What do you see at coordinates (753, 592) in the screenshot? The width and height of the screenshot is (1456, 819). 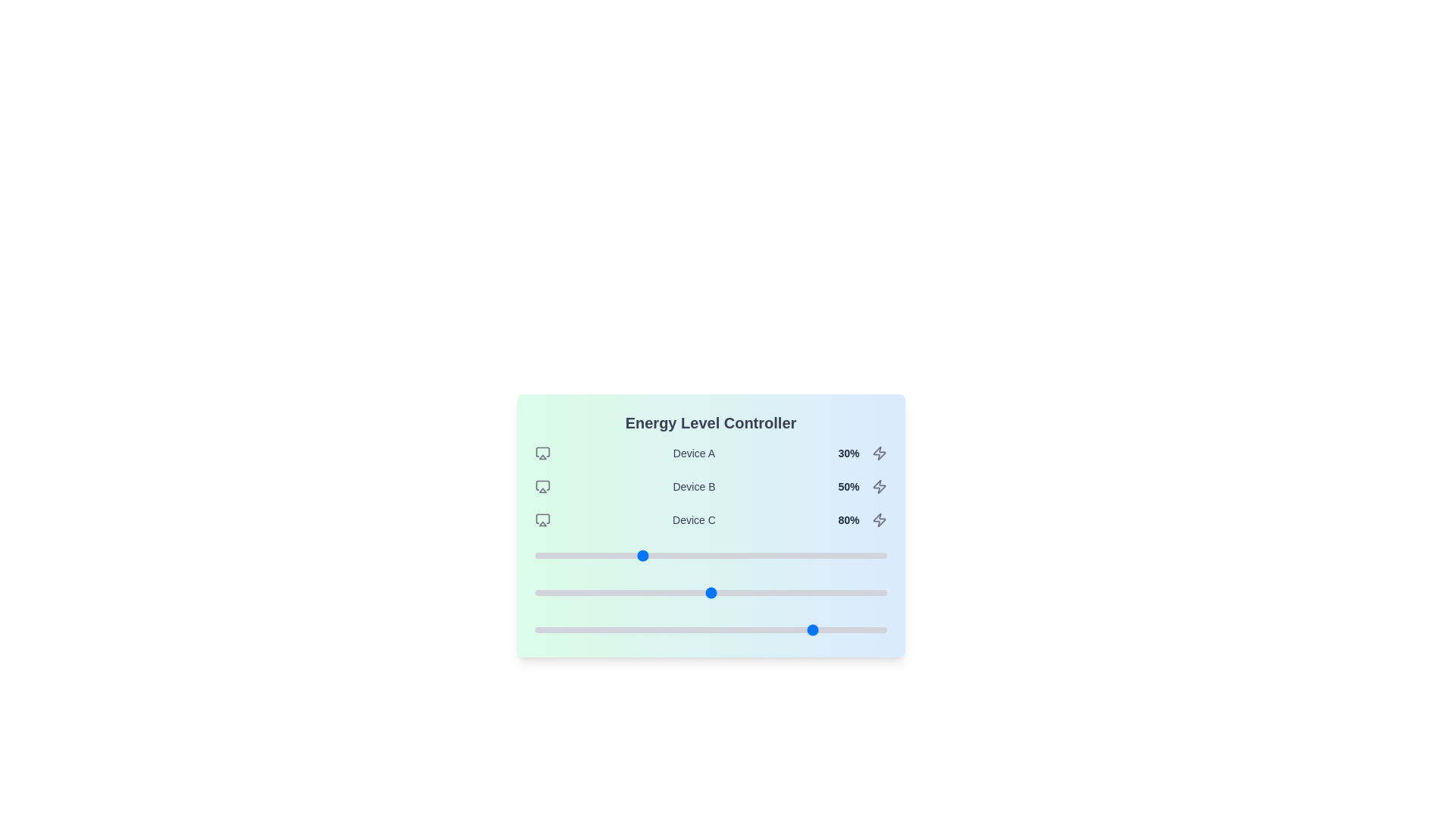 I see `the slider for Device B to set its energy level to 62%` at bounding box center [753, 592].